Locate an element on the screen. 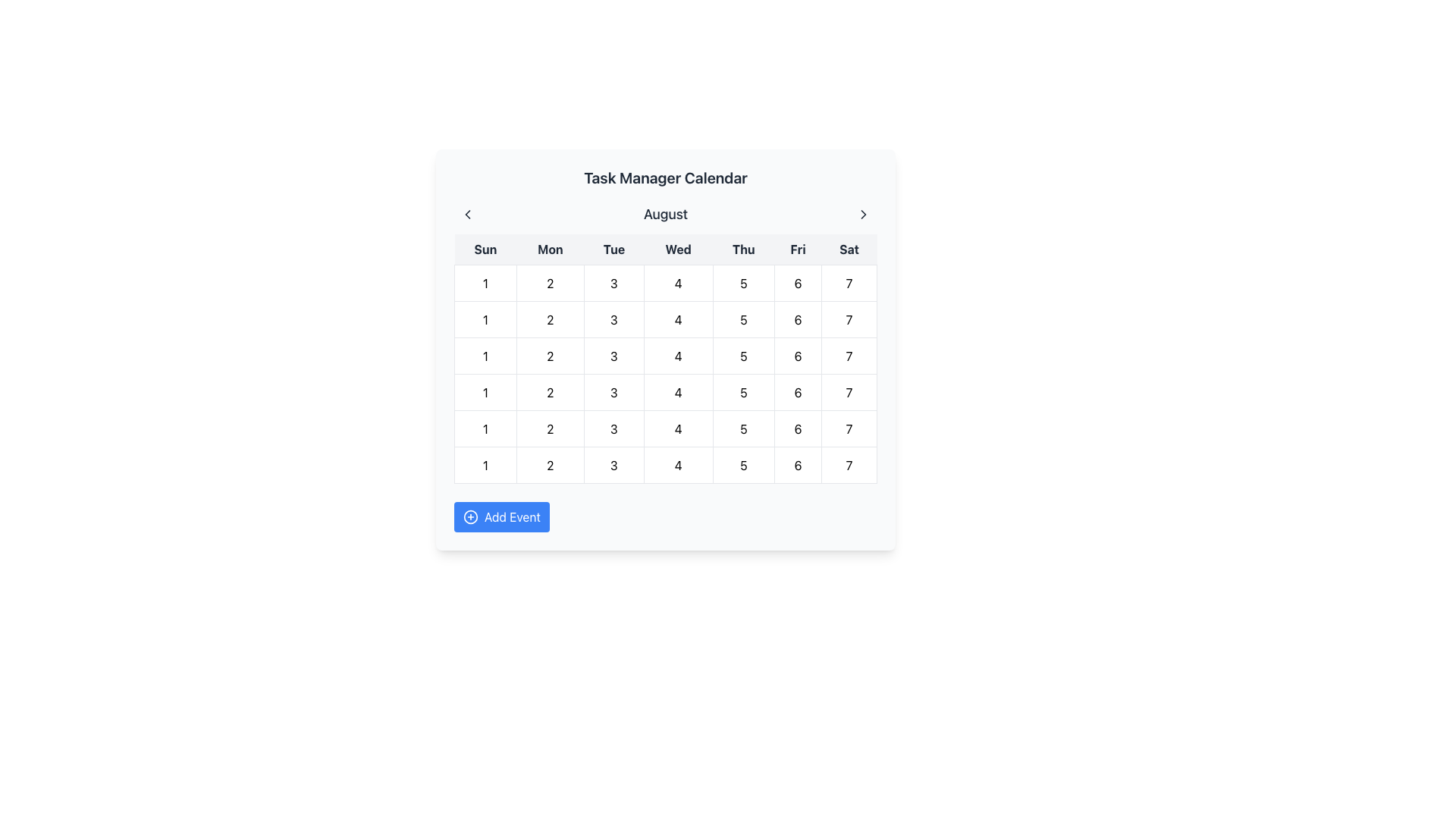  the calendar cell representing the 6th day of the month is located at coordinates (797, 391).